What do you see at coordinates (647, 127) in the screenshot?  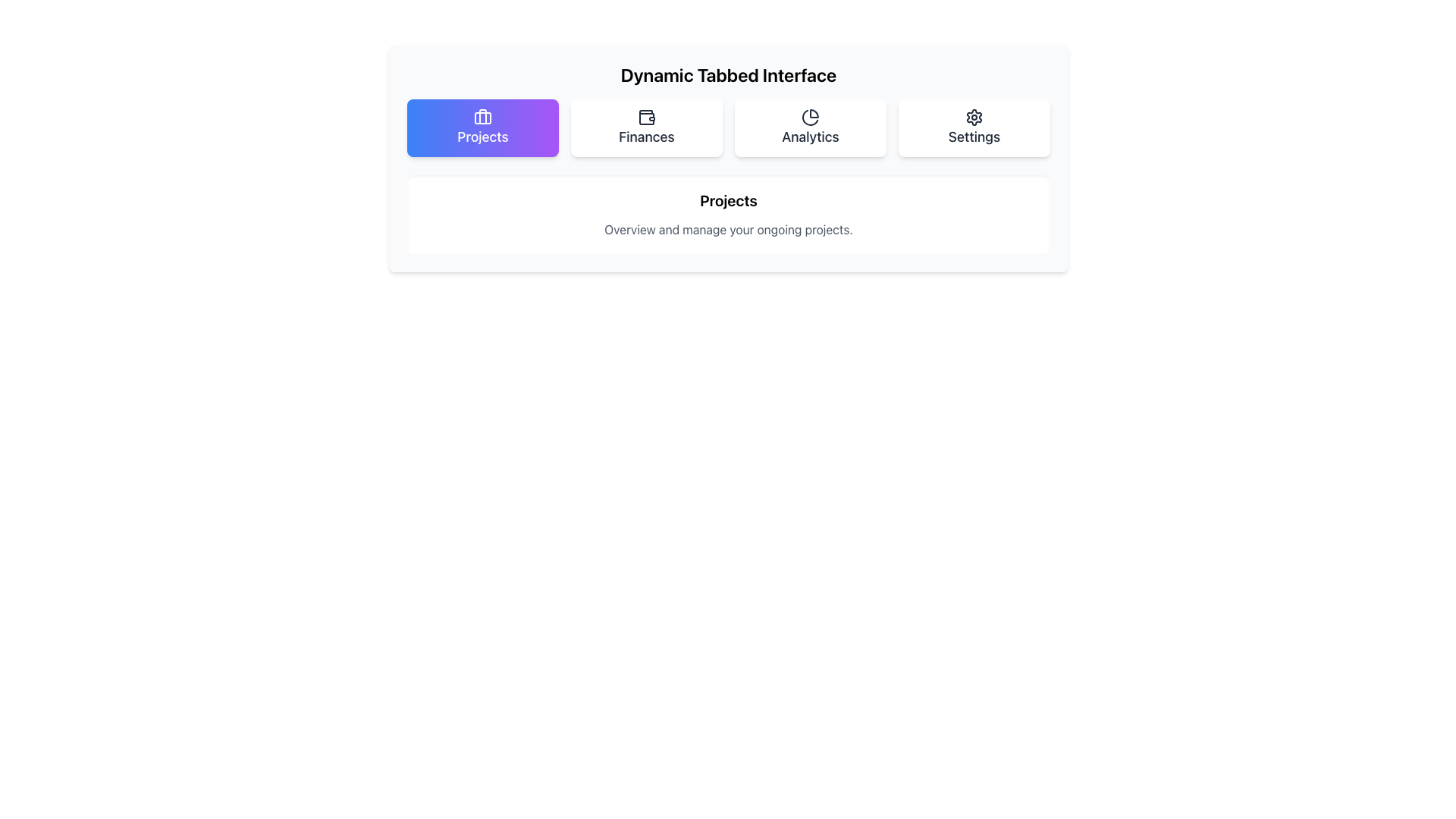 I see `the 'Finances' tab` at bounding box center [647, 127].